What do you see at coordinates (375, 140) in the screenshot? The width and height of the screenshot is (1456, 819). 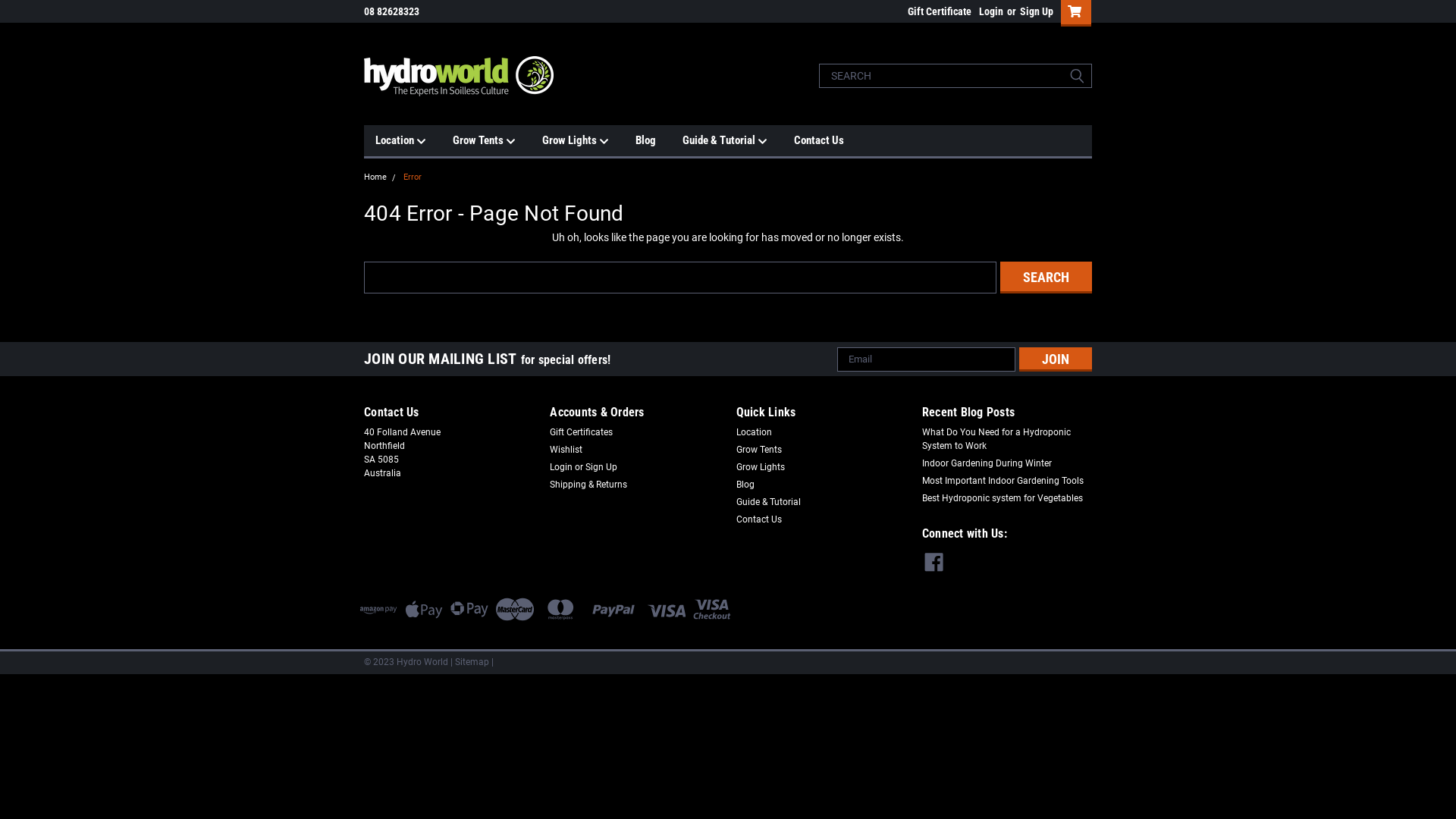 I see `'Location'` at bounding box center [375, 140].